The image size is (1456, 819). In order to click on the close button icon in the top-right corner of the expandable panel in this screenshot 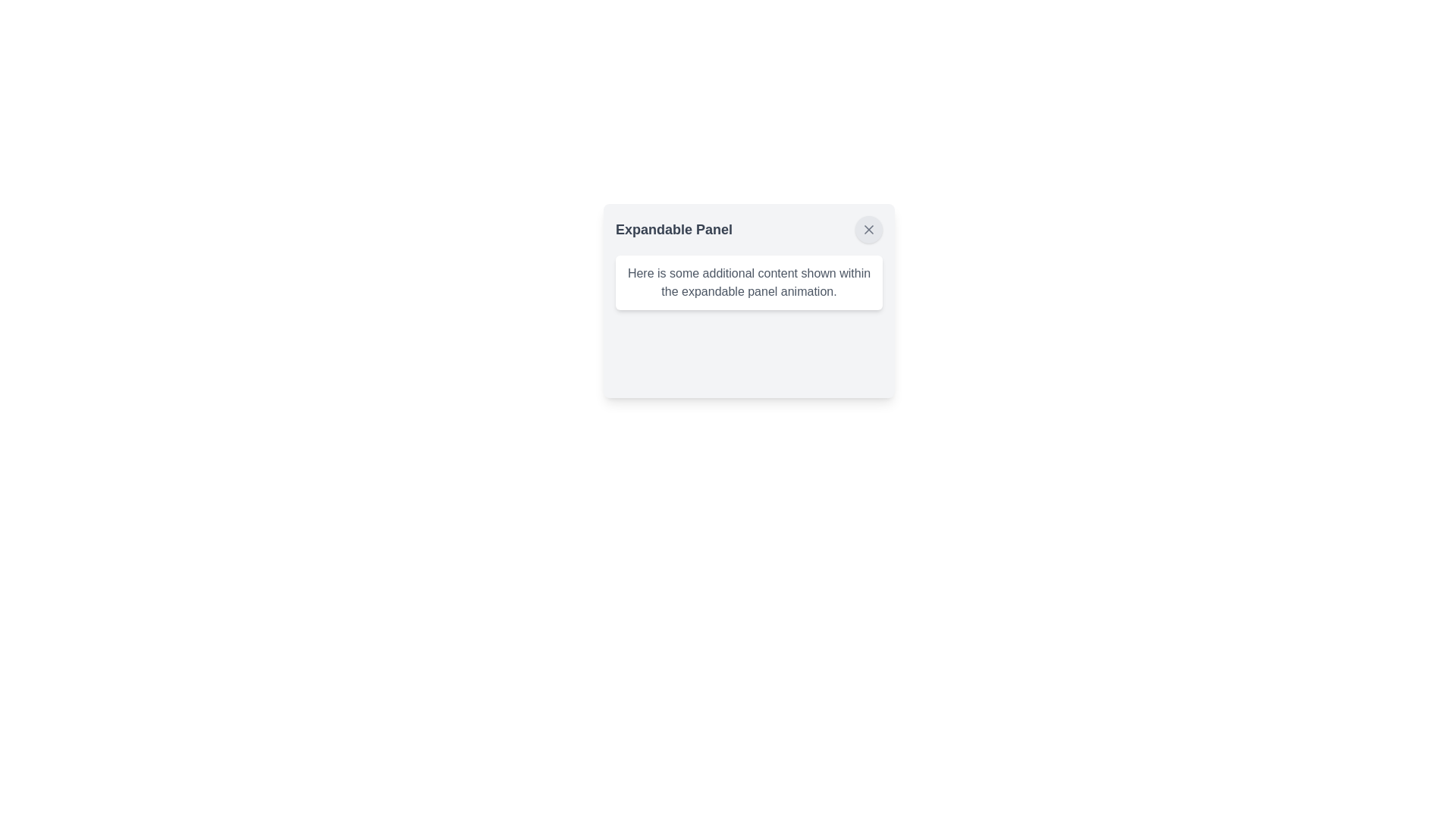, I will do `click(869, 230)`.